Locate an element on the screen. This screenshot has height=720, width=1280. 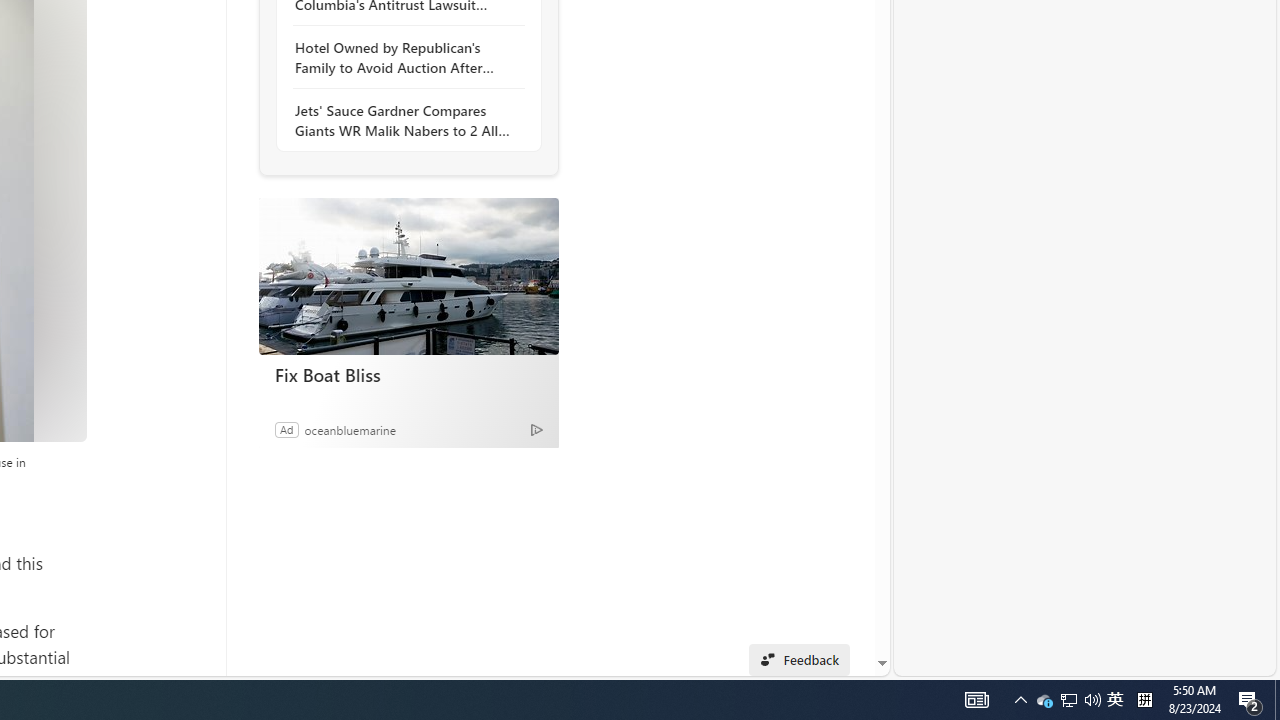
'Fix Boat Bliss' is located at coordinates (407, 276).